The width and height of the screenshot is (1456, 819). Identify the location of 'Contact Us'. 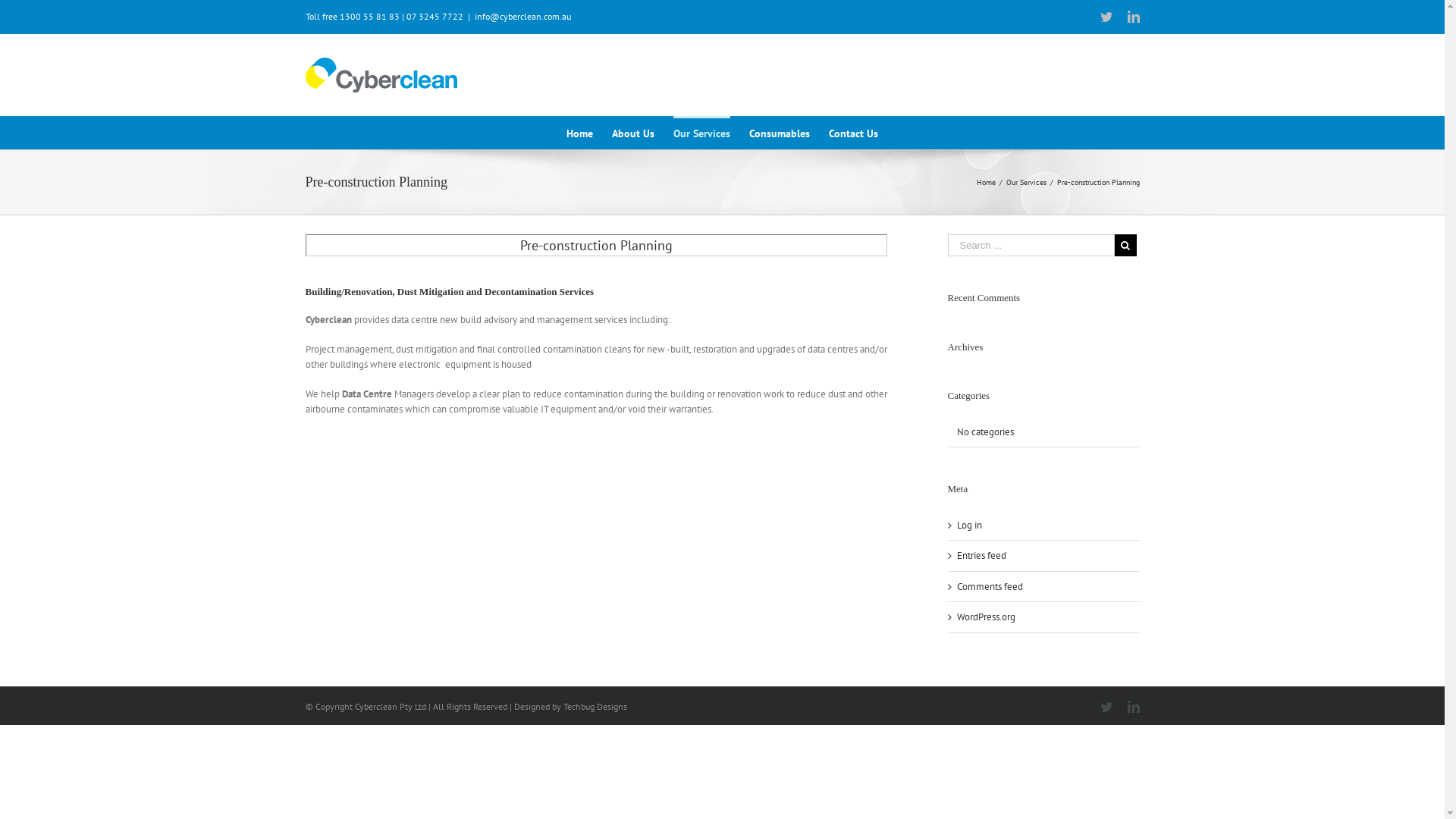
(853, 131).